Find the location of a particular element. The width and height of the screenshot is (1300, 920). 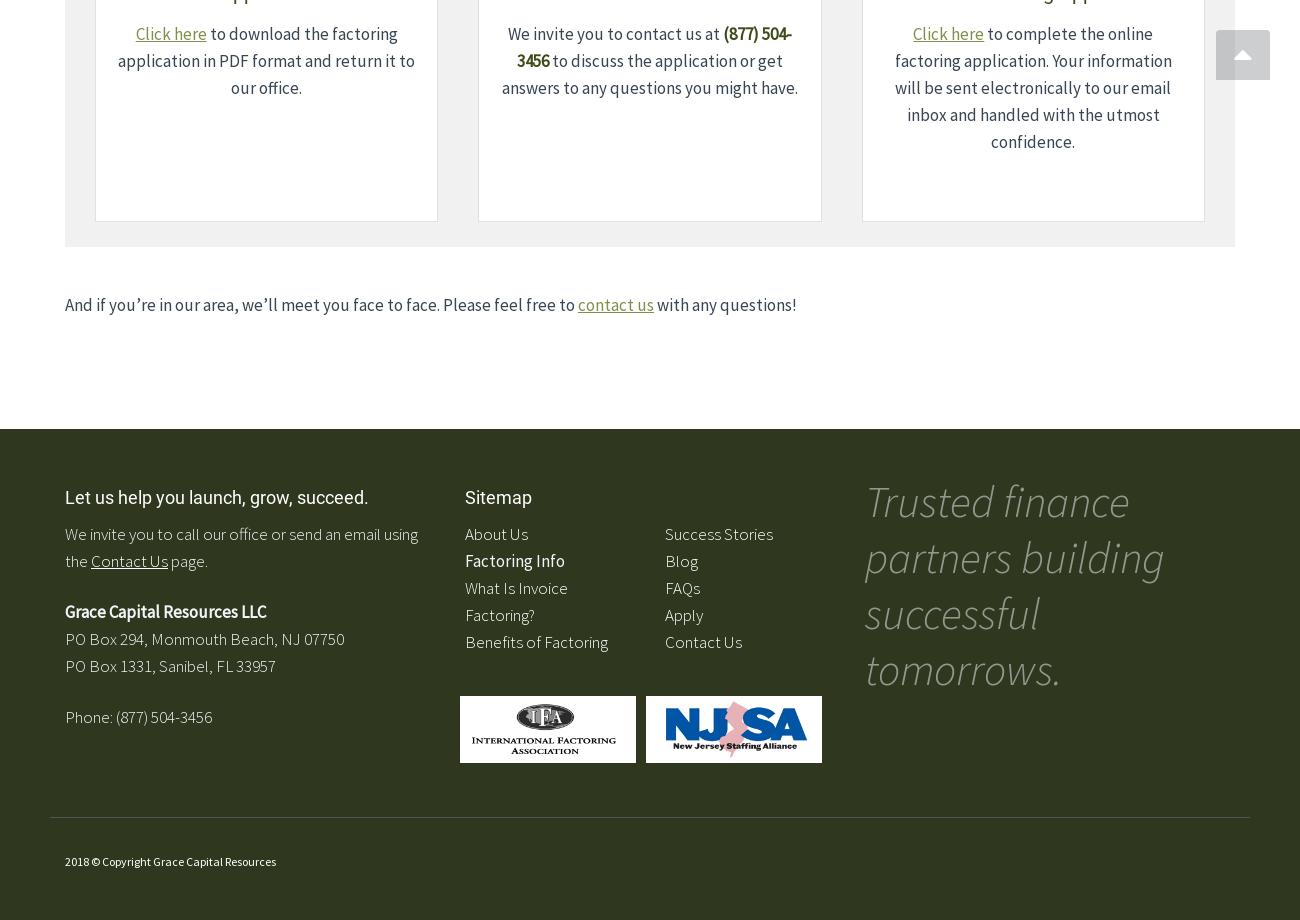

'We invite you to contact us at' is located at coordinates (507, 34).